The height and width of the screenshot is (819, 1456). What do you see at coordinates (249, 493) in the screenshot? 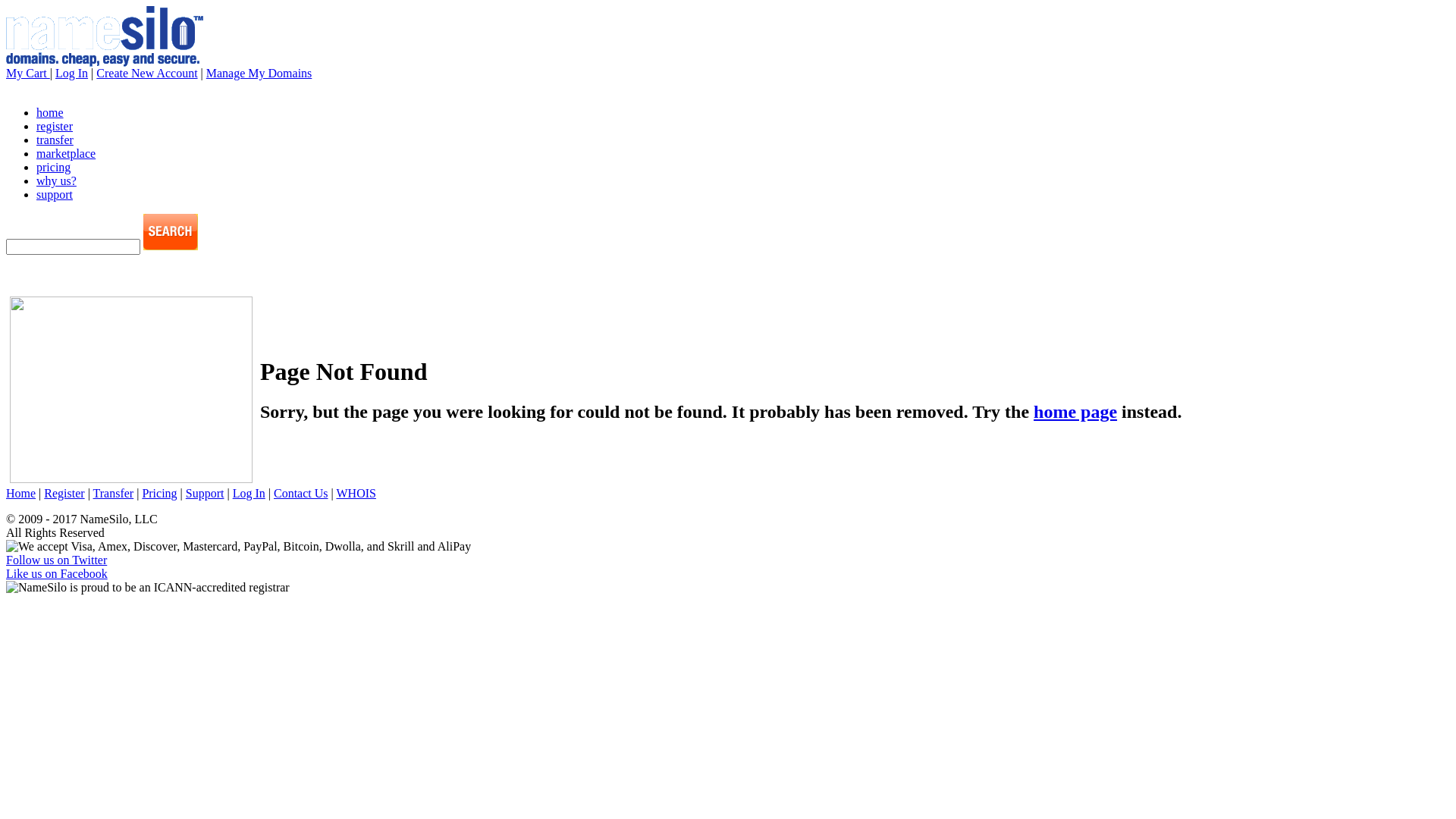
I see `'Log In'` at bounding box center [249, 493].